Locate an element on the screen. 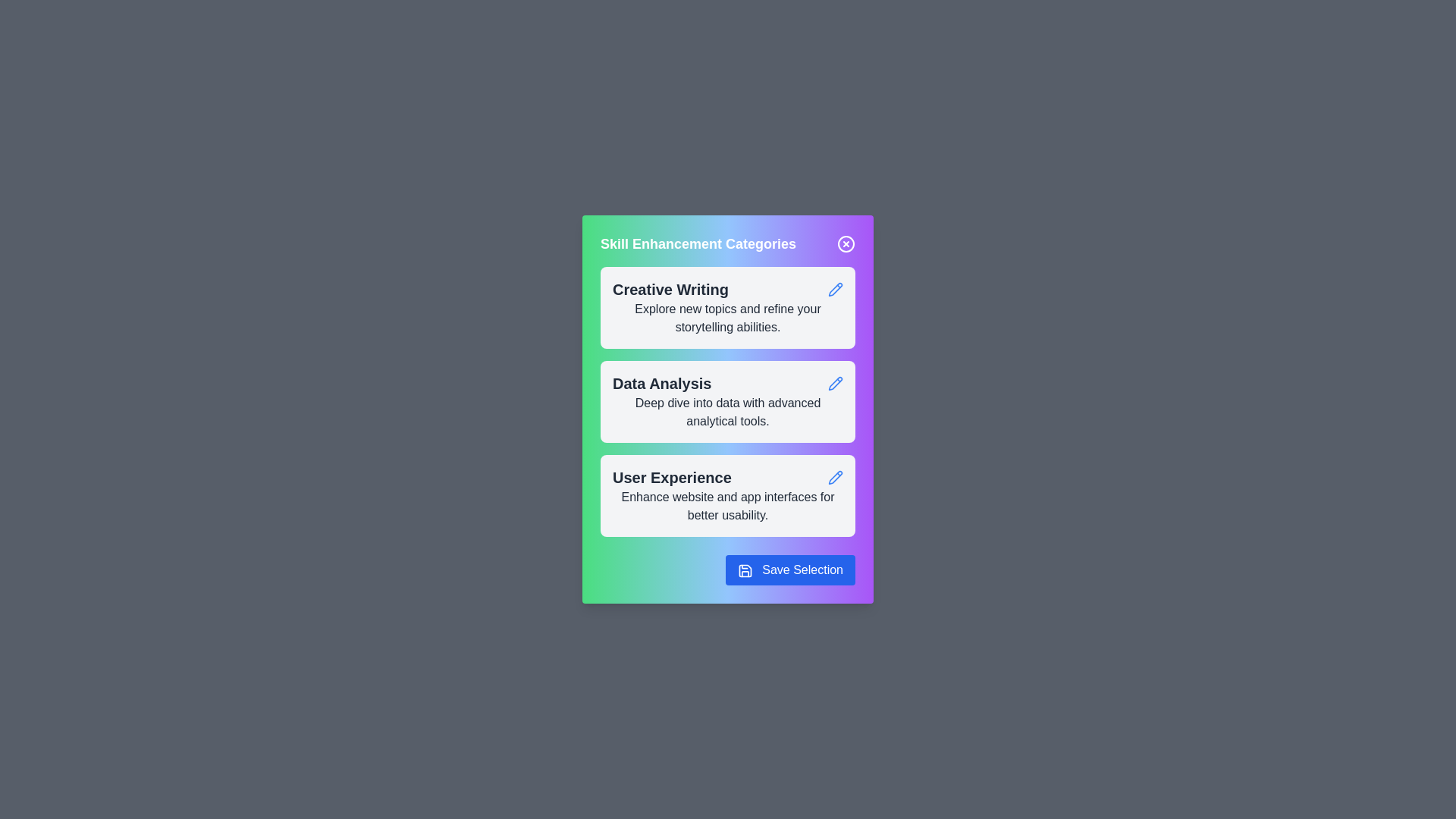 This screenshot has height=819, width=1456. the category by clicking on the pencil icon for Data Analysis is located at coordinates (835, 382).